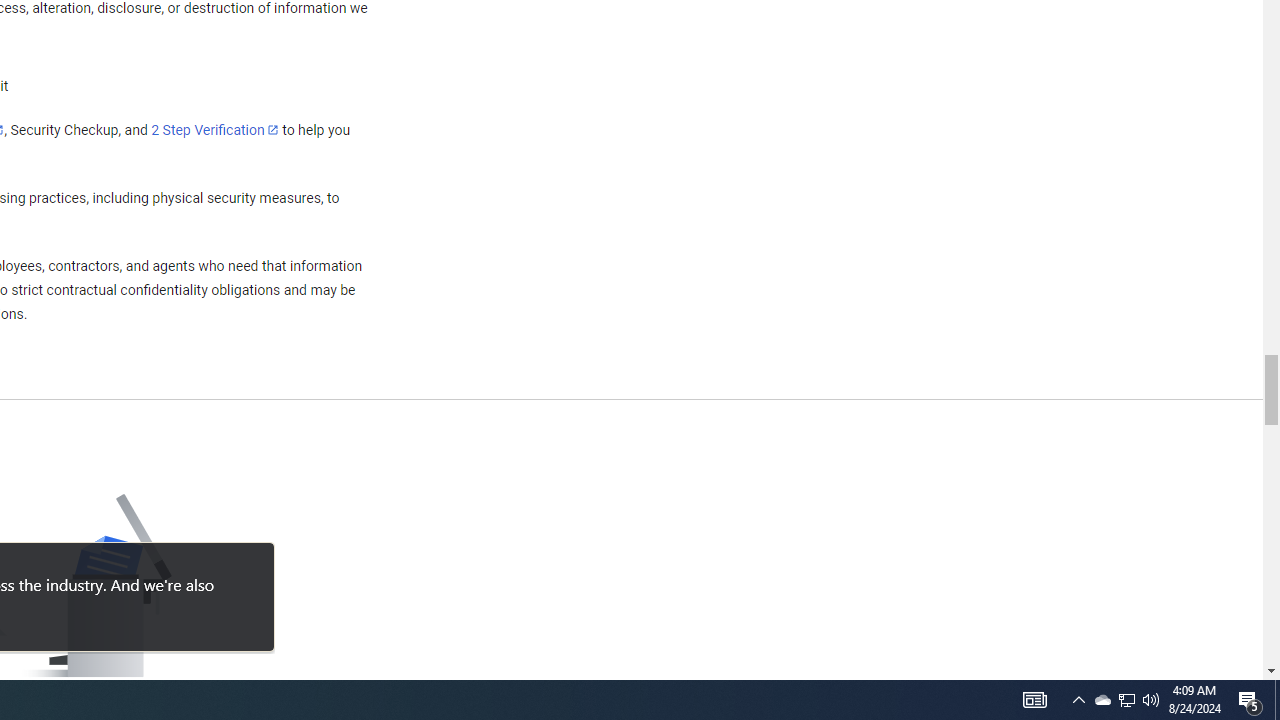 The image size is (1280, 720). What do you see at coordinates (215, 129) in the screenshot?
I see `'2 Step Verification'` at bounding box center [215, 129].